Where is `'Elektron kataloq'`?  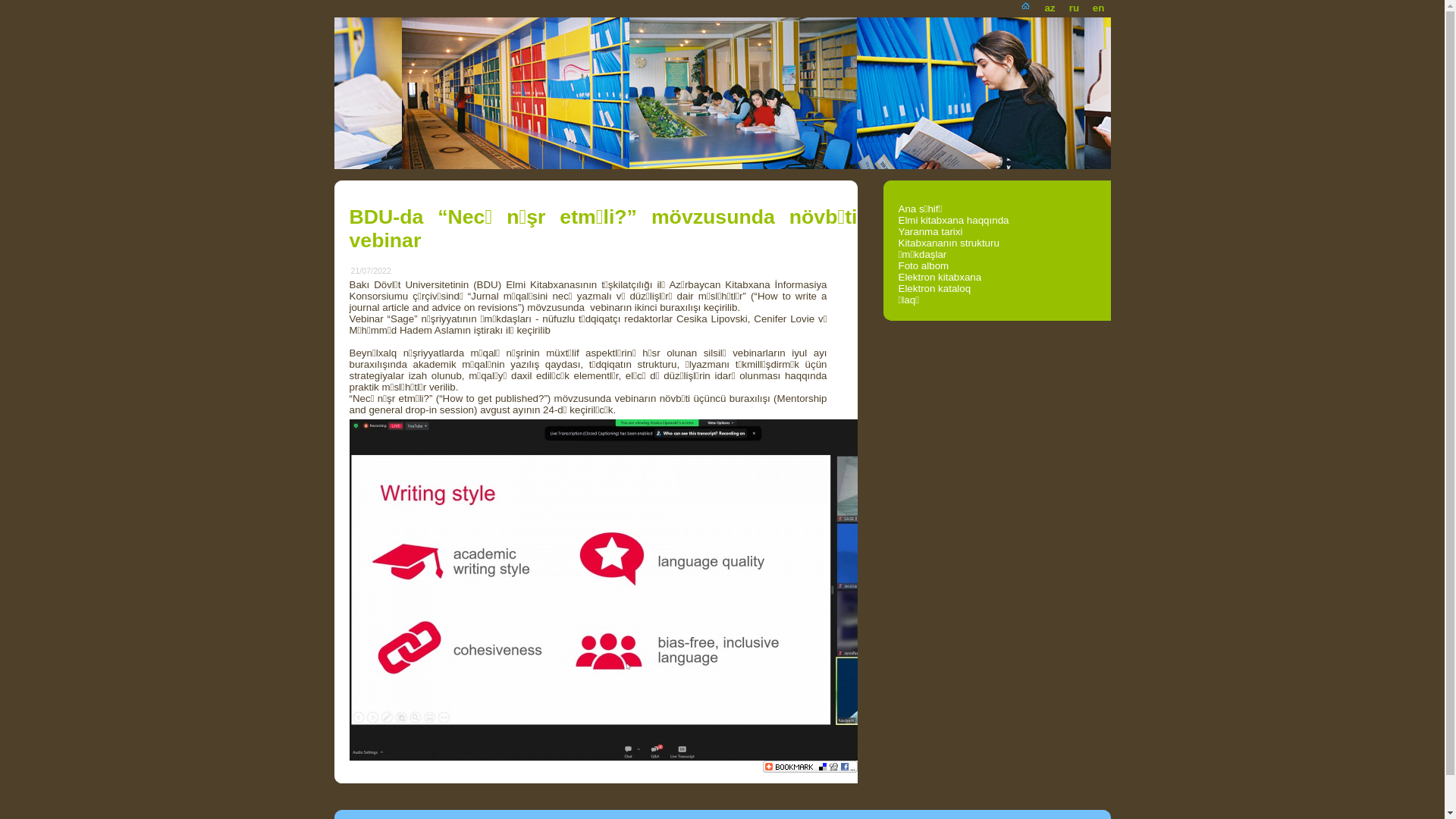 'Elektron kataloq' is located at coordinates (898, 288).